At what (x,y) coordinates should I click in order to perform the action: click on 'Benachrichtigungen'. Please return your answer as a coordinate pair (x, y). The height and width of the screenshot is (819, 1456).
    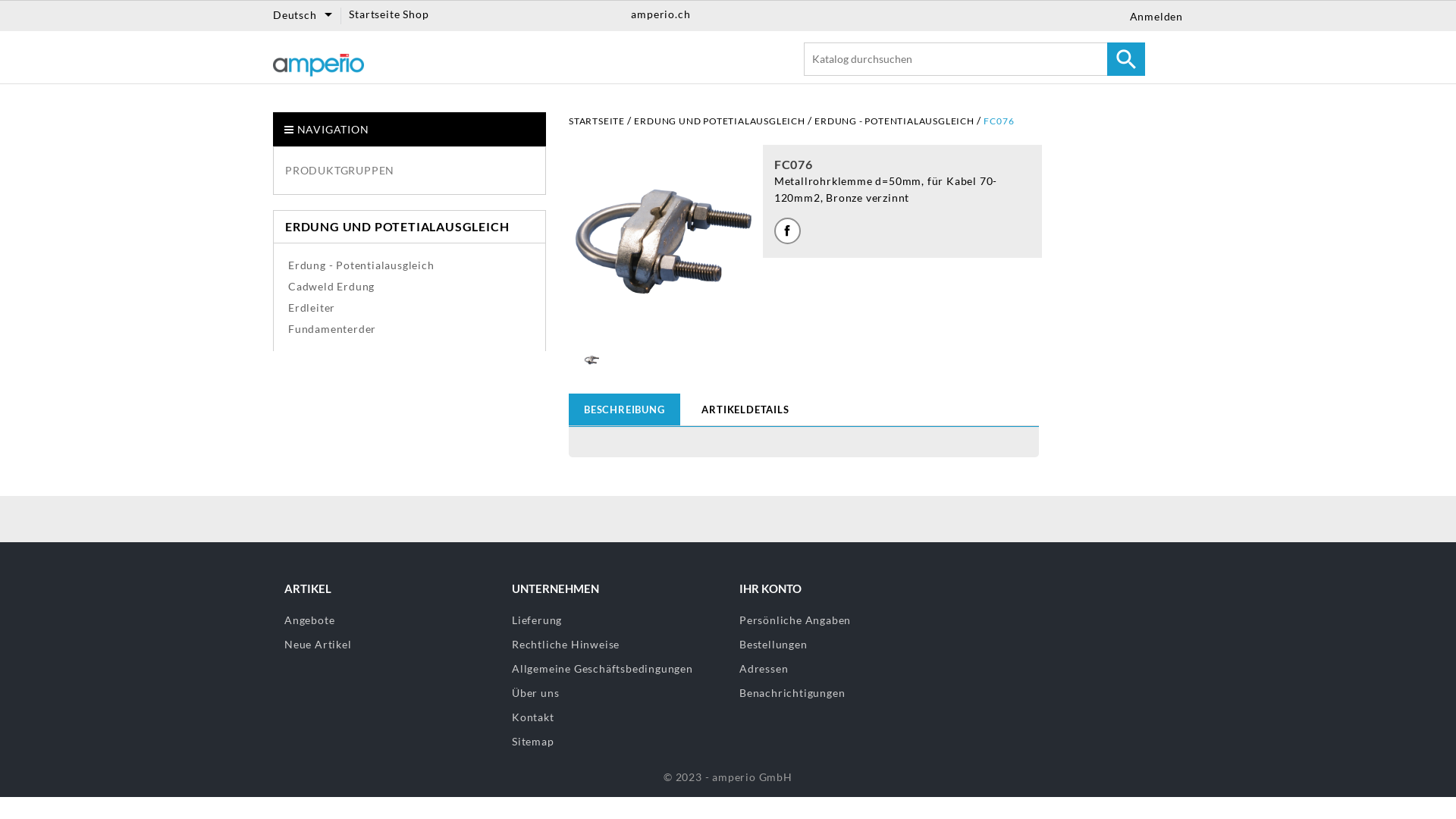
    Looking at the image, I should click on (739, 692).